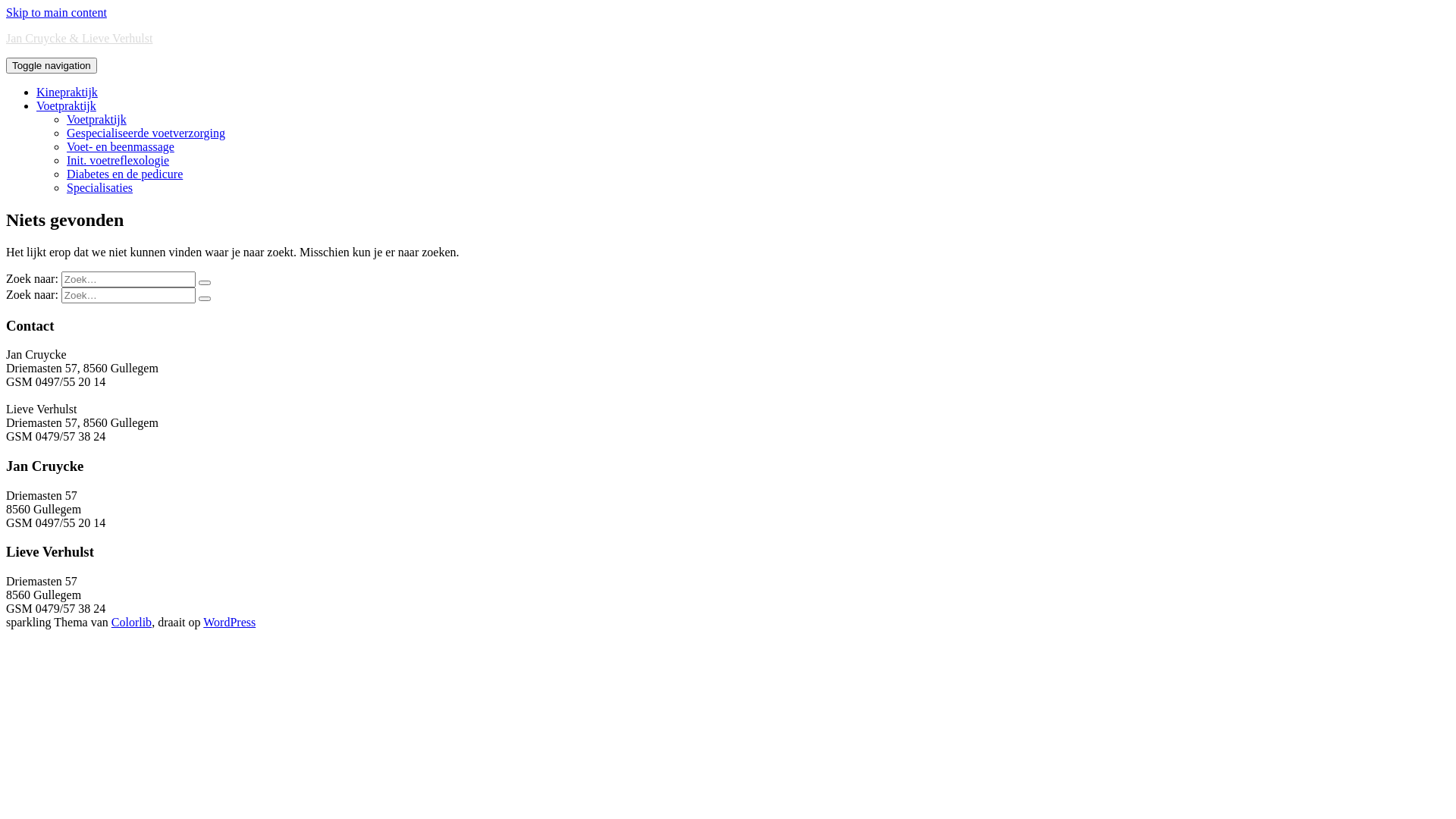  What do you see at coordinates (51, 64) in the screenshot?
I see `'Toggle navigation'` at bounding box center [51, 64].